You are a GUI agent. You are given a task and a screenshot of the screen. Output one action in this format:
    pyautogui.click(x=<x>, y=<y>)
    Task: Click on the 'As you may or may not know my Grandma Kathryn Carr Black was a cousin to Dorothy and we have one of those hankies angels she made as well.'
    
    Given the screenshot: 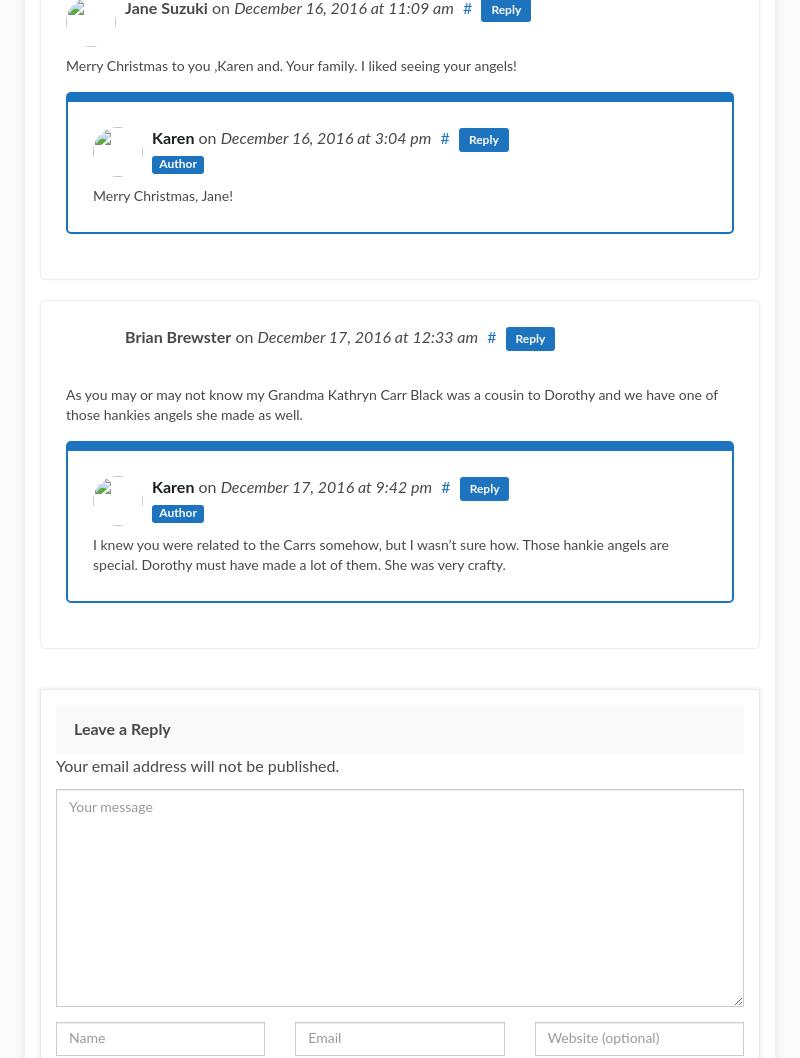 What is the action you would take?
    pyautogui.click(x=390, y=405)
    